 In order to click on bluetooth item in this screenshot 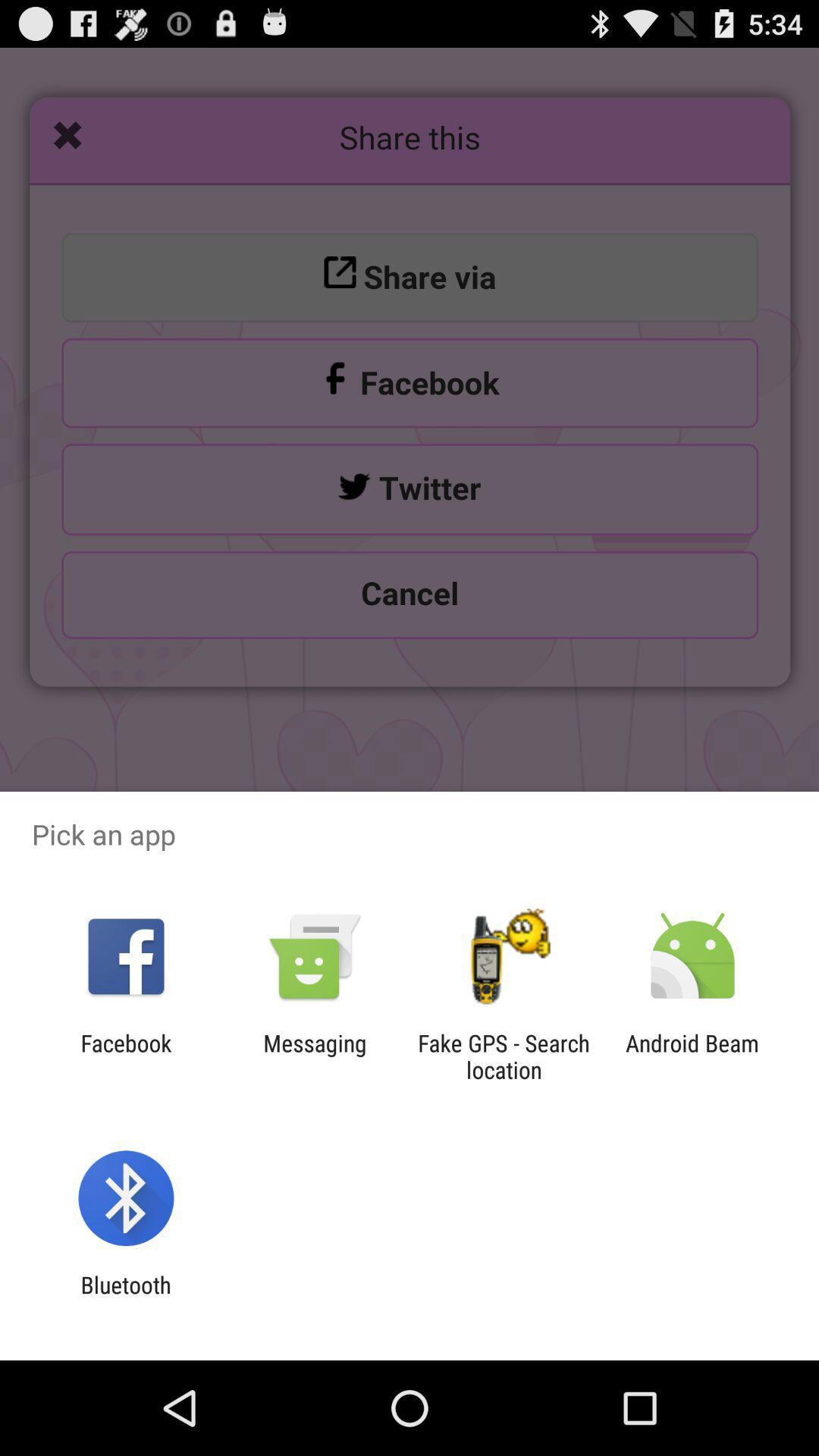, I will do `click(125, 1298)`.